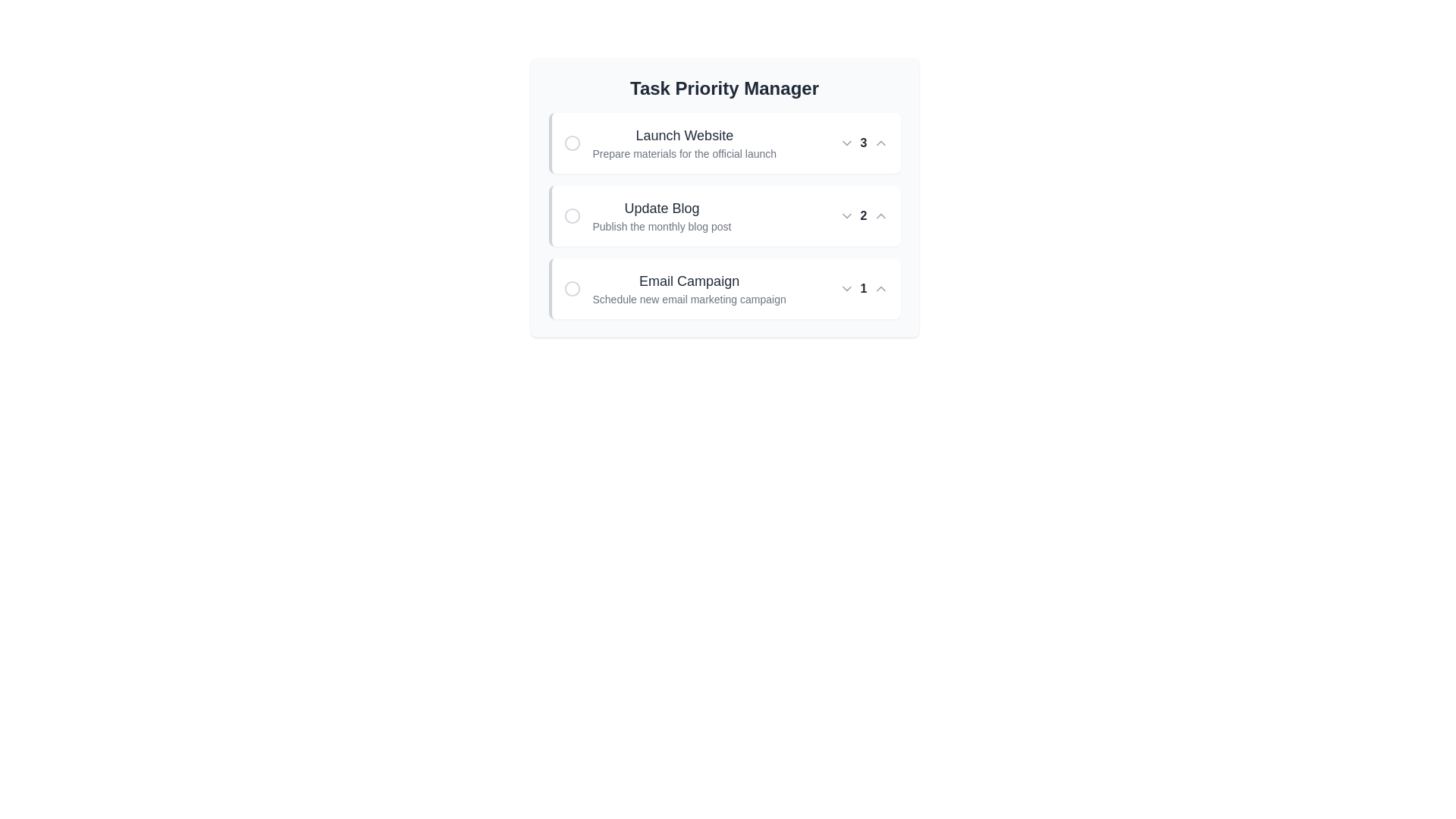 This screenshot has height=819, width=1456. I want to click on the checkbox, so click(571, 143).